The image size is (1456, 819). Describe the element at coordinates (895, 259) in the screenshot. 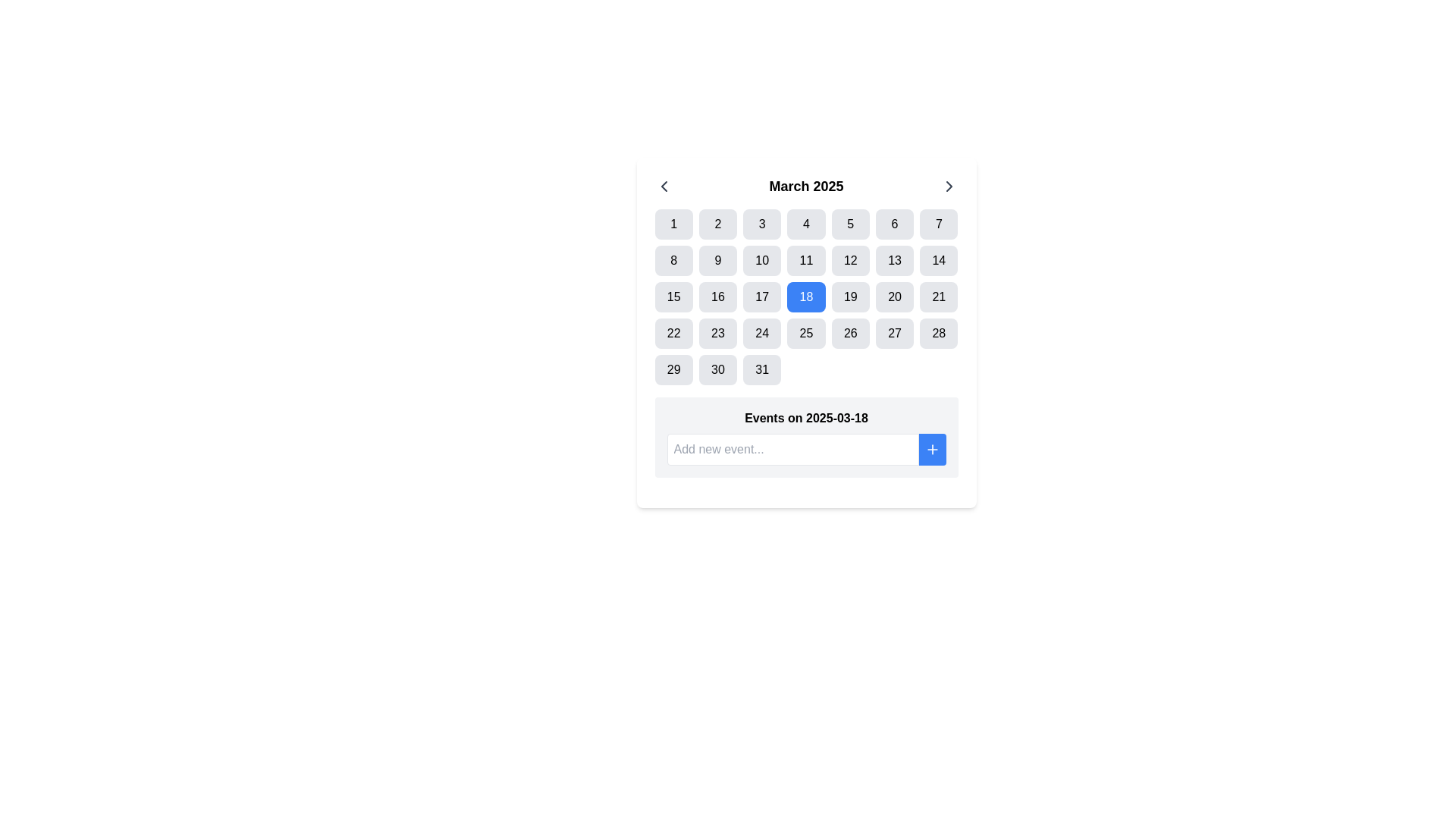

I see `the button labeled '13'` at that location.